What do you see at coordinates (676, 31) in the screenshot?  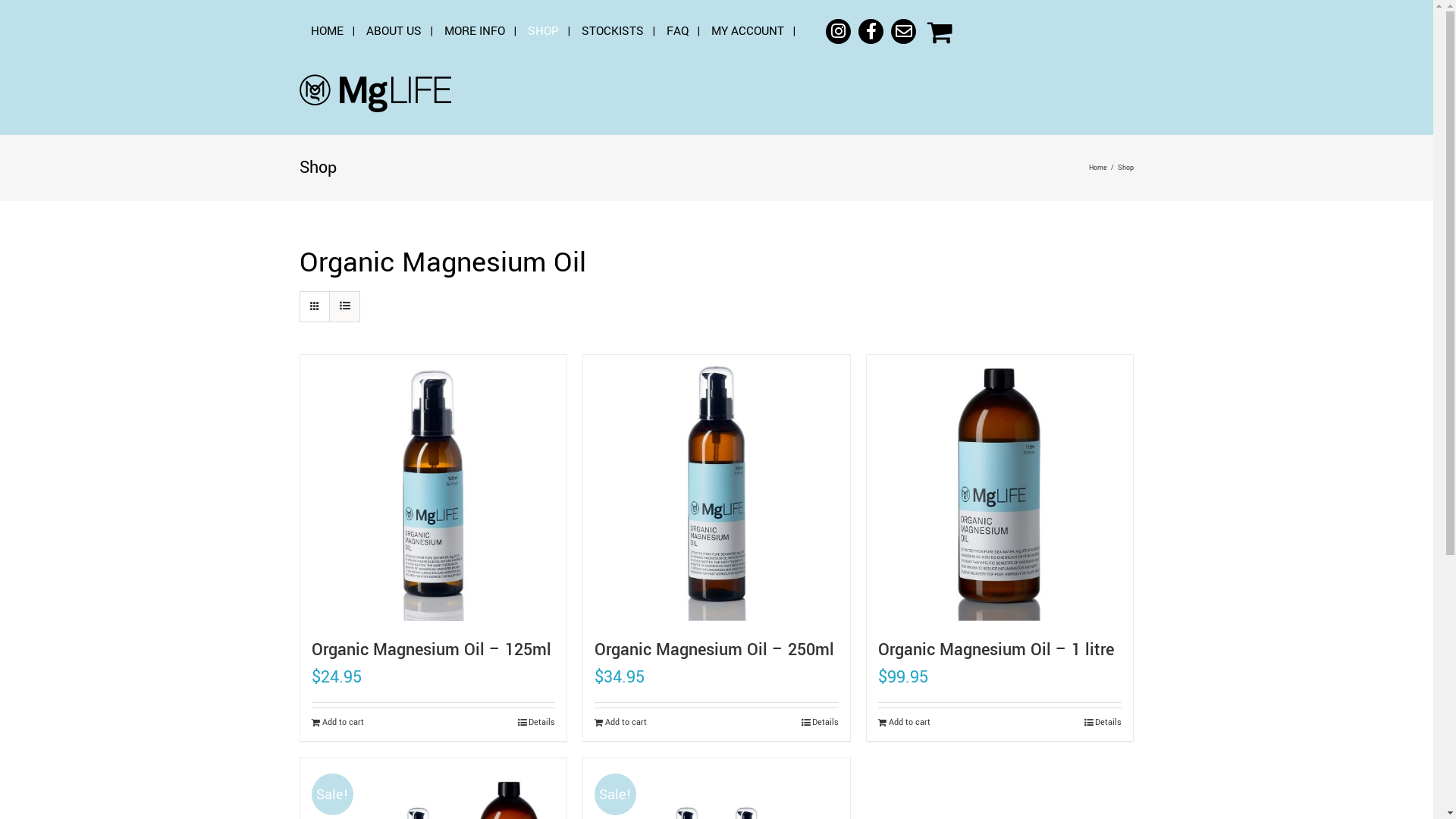 I see `'FAQ'` at bounding box center [676, 31].